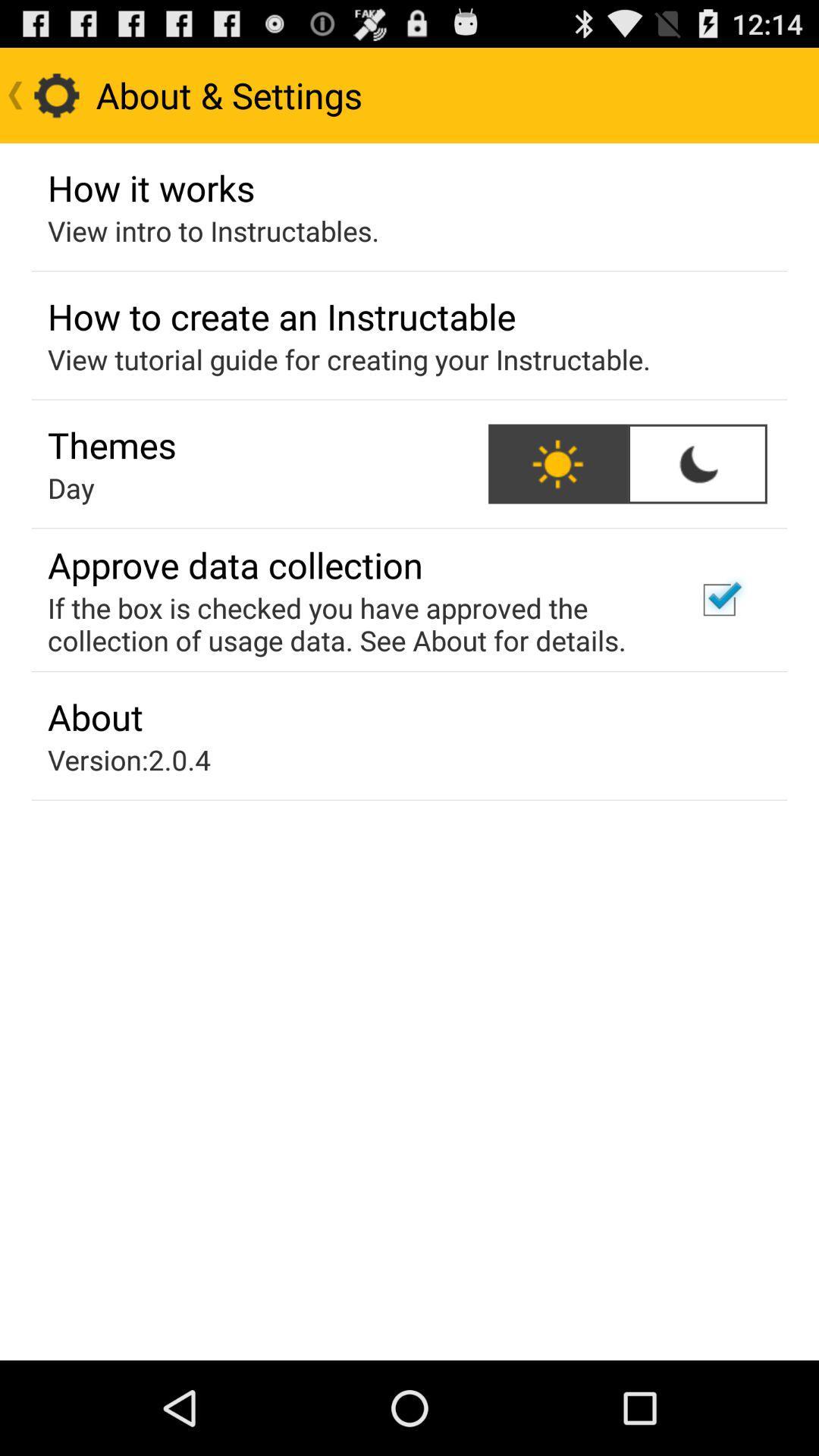 The width and height of the screenshot is (819, 1456). What do you see at coordinates (697, 463) in the screenshot?
I see `app below view tutorial guide` at bounding box center [697, 463].